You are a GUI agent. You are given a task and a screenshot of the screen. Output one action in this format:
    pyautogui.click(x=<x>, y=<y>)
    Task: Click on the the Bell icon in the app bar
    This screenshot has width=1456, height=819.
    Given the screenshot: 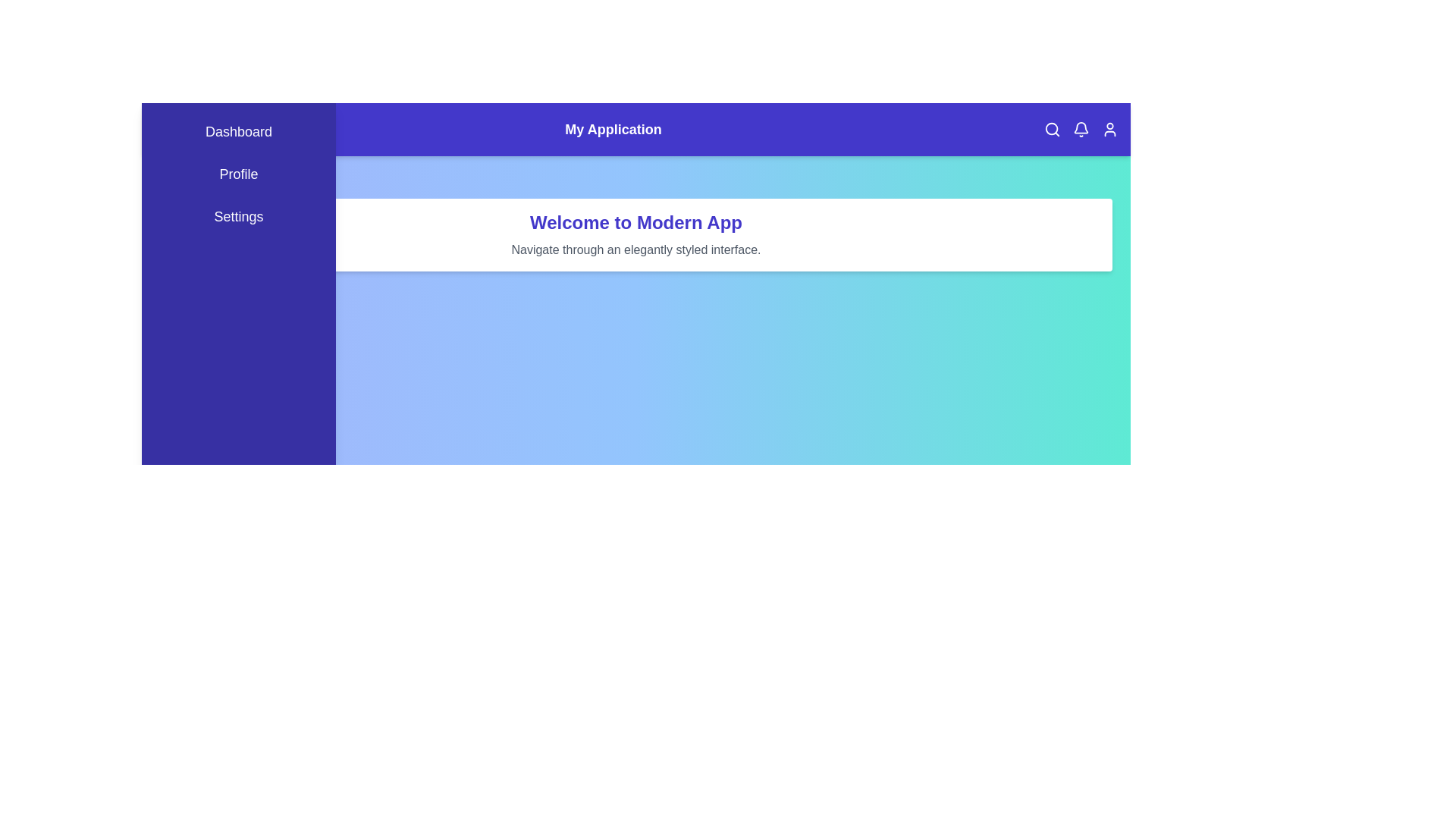 What is the action you would take?
    pyautogui.click(x=1080, y=128)
    